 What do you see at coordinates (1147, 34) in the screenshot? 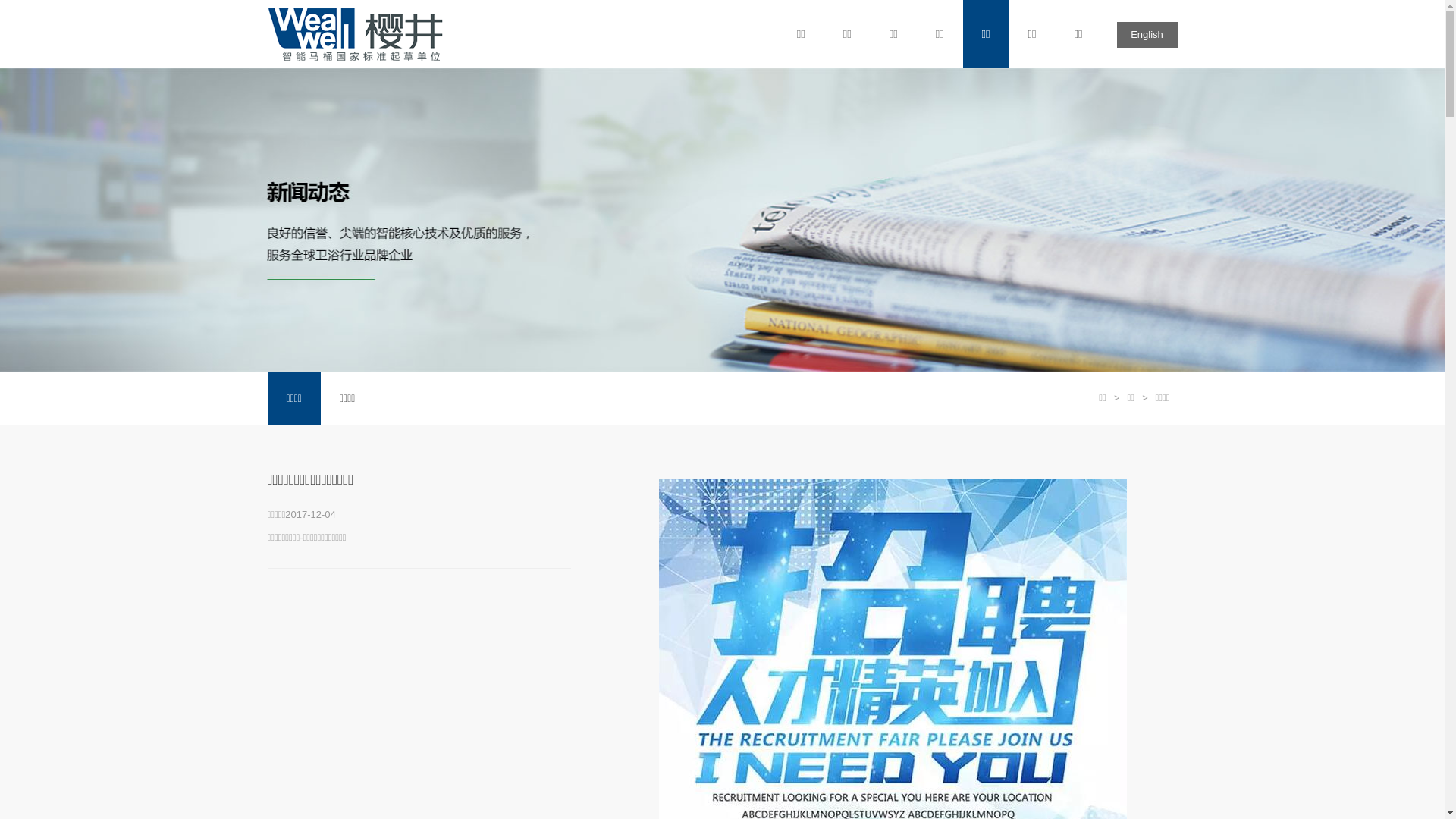
I see `'English'` at bounding box center [1147, 34].